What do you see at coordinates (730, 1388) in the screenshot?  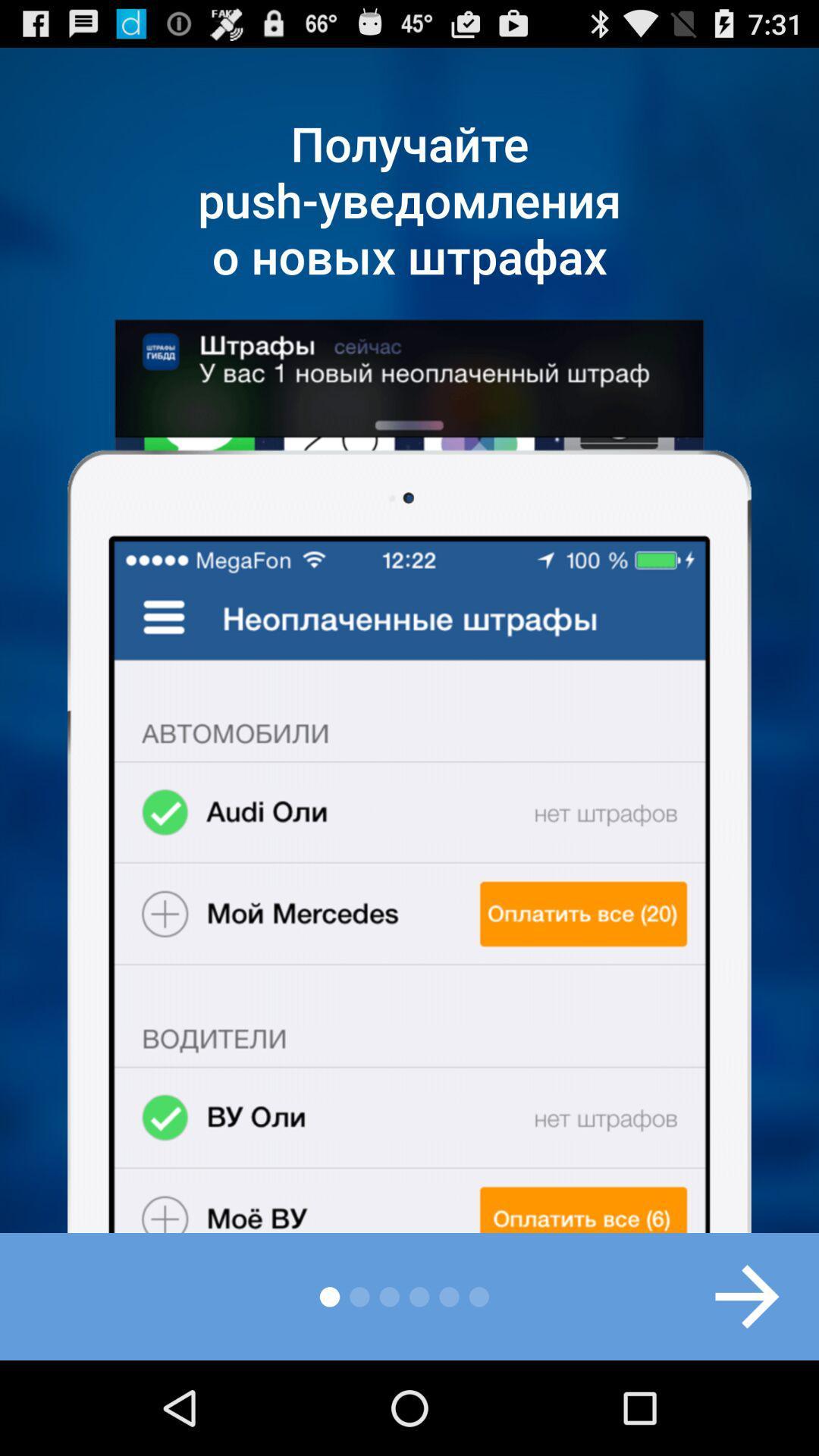 I see `the arrow_forward icon` at bounding box center [730, 1388].